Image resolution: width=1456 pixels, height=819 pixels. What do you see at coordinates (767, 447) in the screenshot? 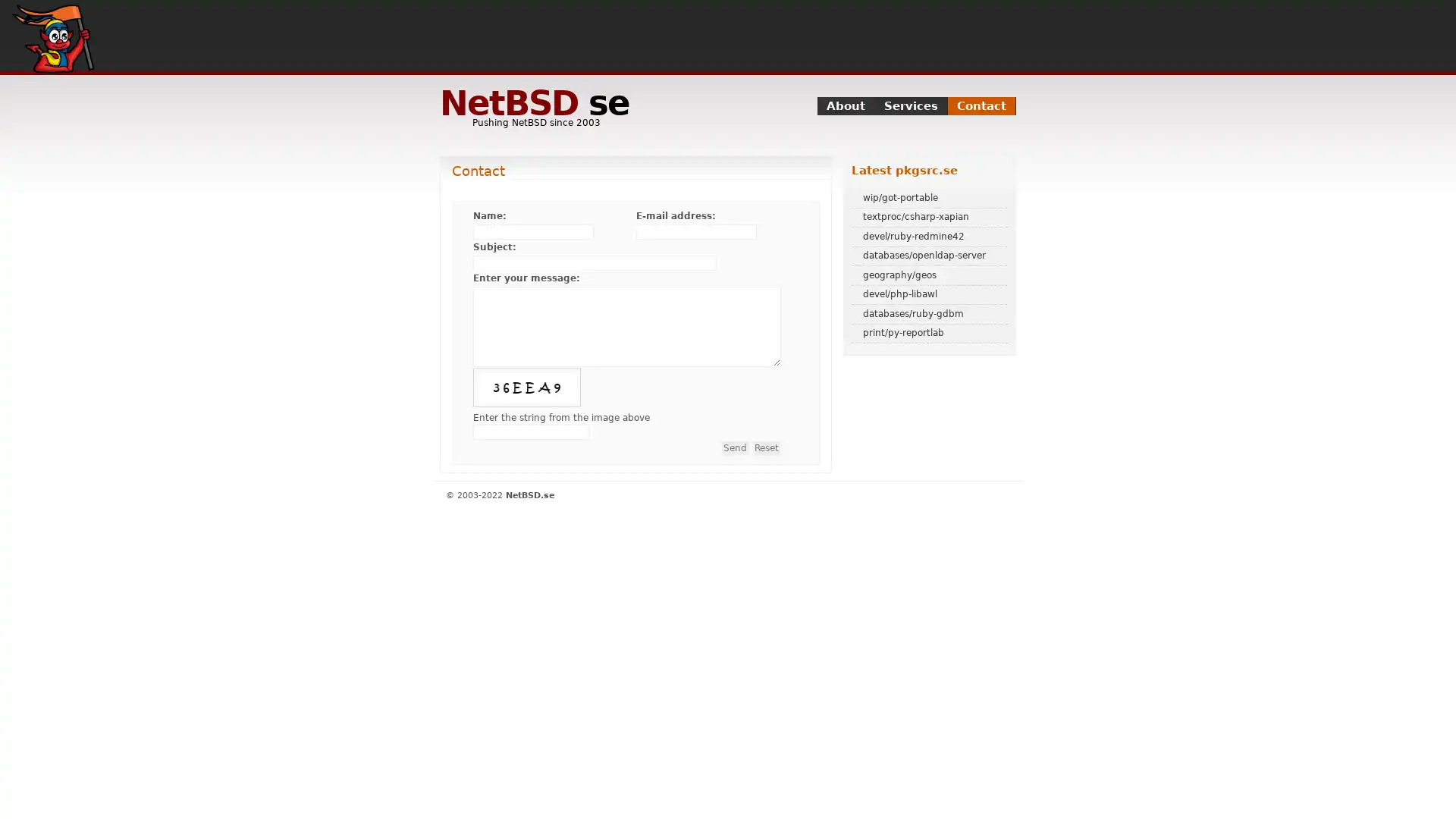
I see `Reset` at bounding box center [767, 447].